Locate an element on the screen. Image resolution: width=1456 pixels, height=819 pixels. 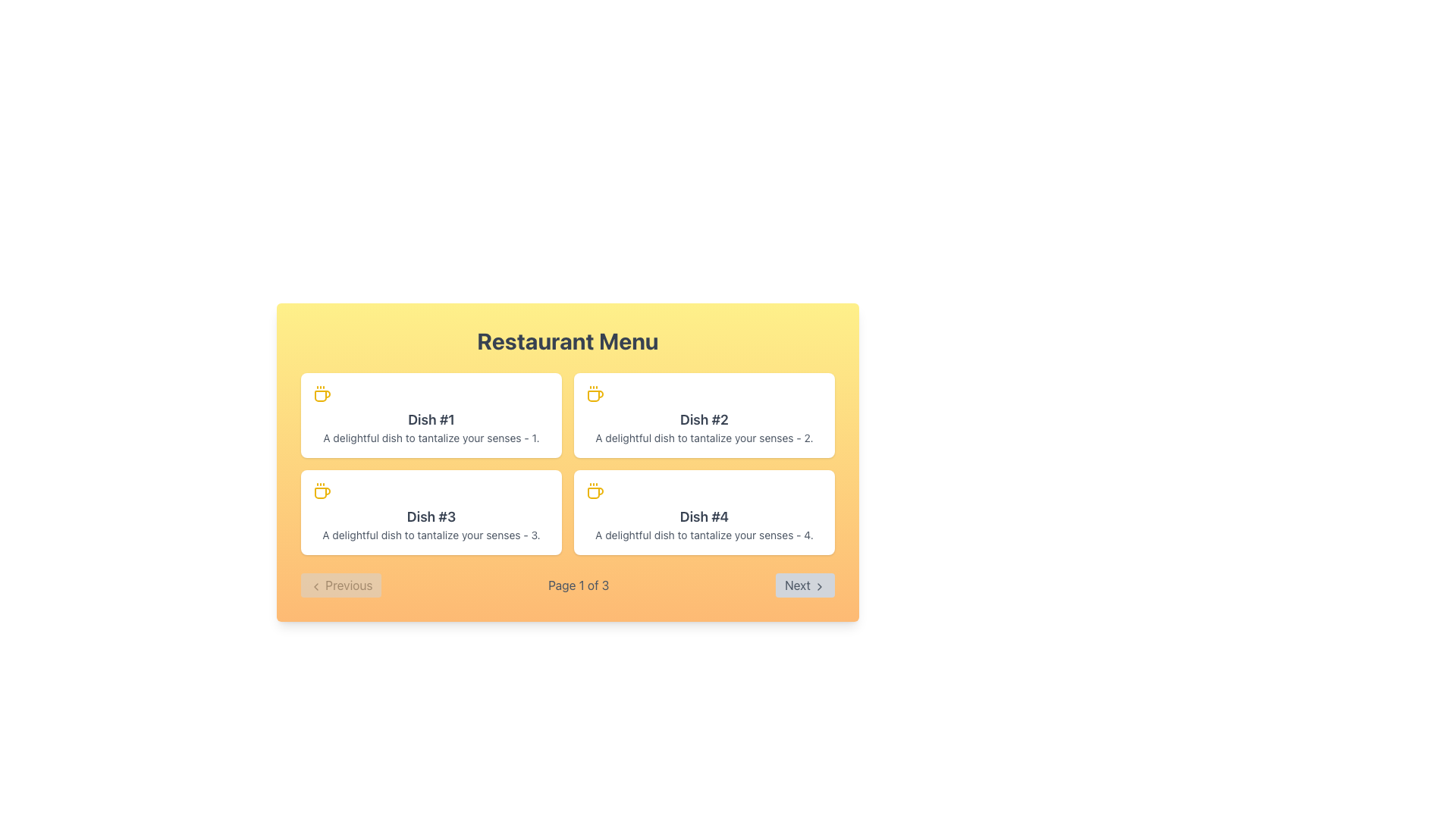
the descriptive text label associated with 'Dish #4', which is positioned directly below its title is located at coordinates (704, 534).